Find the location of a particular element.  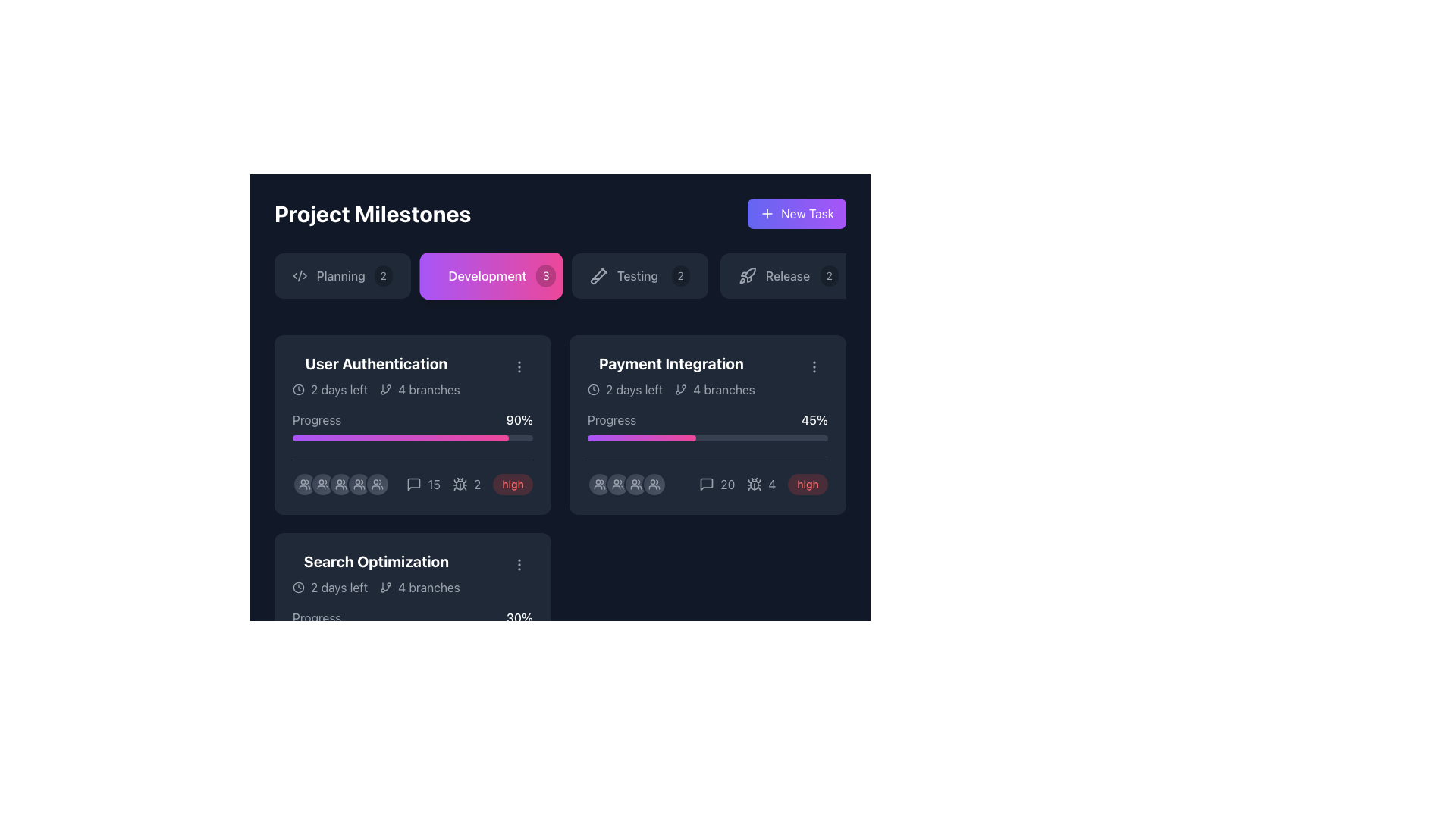

the circular icon element that is part of the clock icon located at the top left corner of the 'Search Optimization' card is located at coordinates (298, 587).